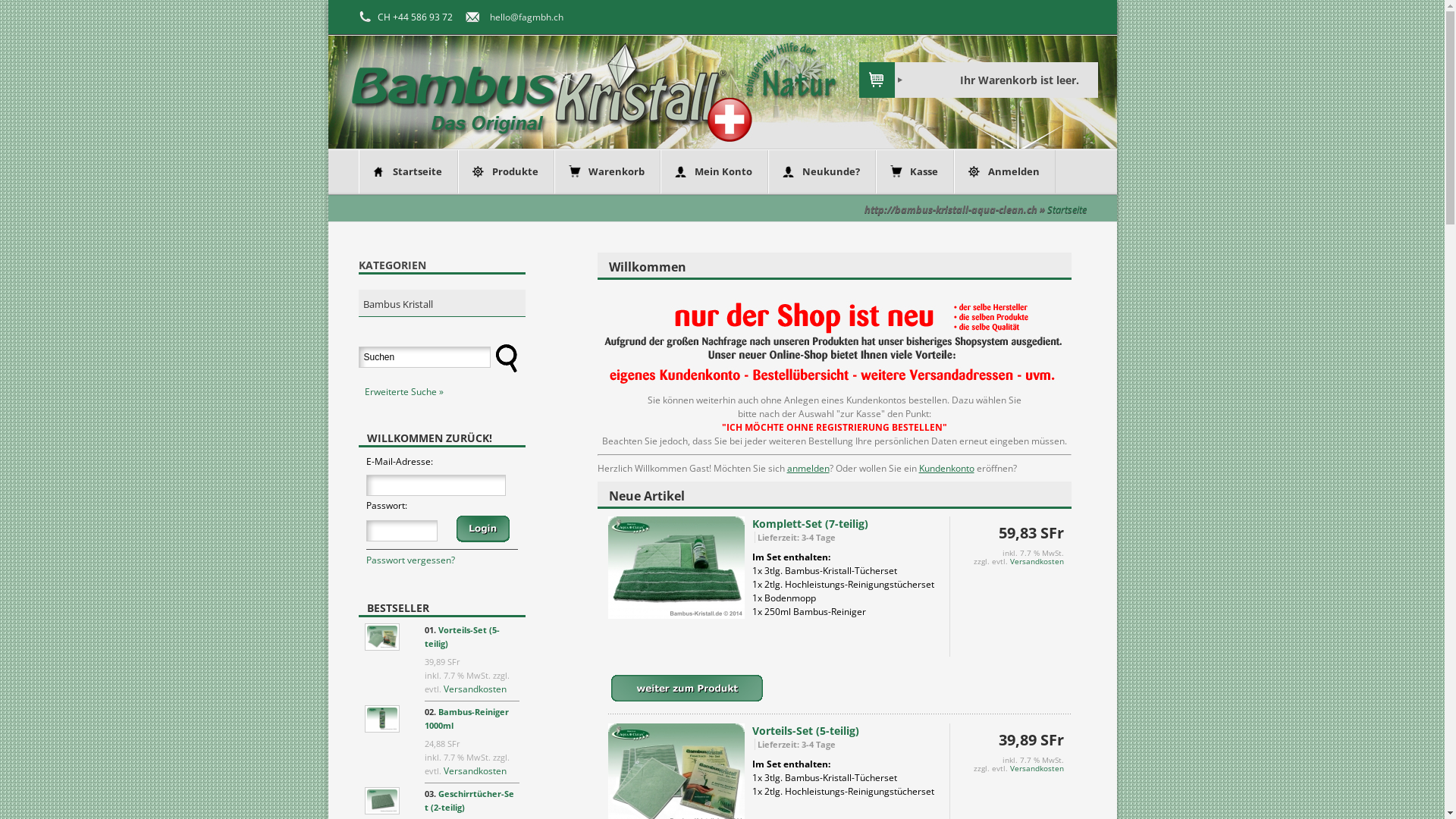 The height and width of the screenshot is (819, 1456). What do you see at coordinates (514, 171) in the screenshot?
I see `'Produkte'` at bounding box center [514, 171].